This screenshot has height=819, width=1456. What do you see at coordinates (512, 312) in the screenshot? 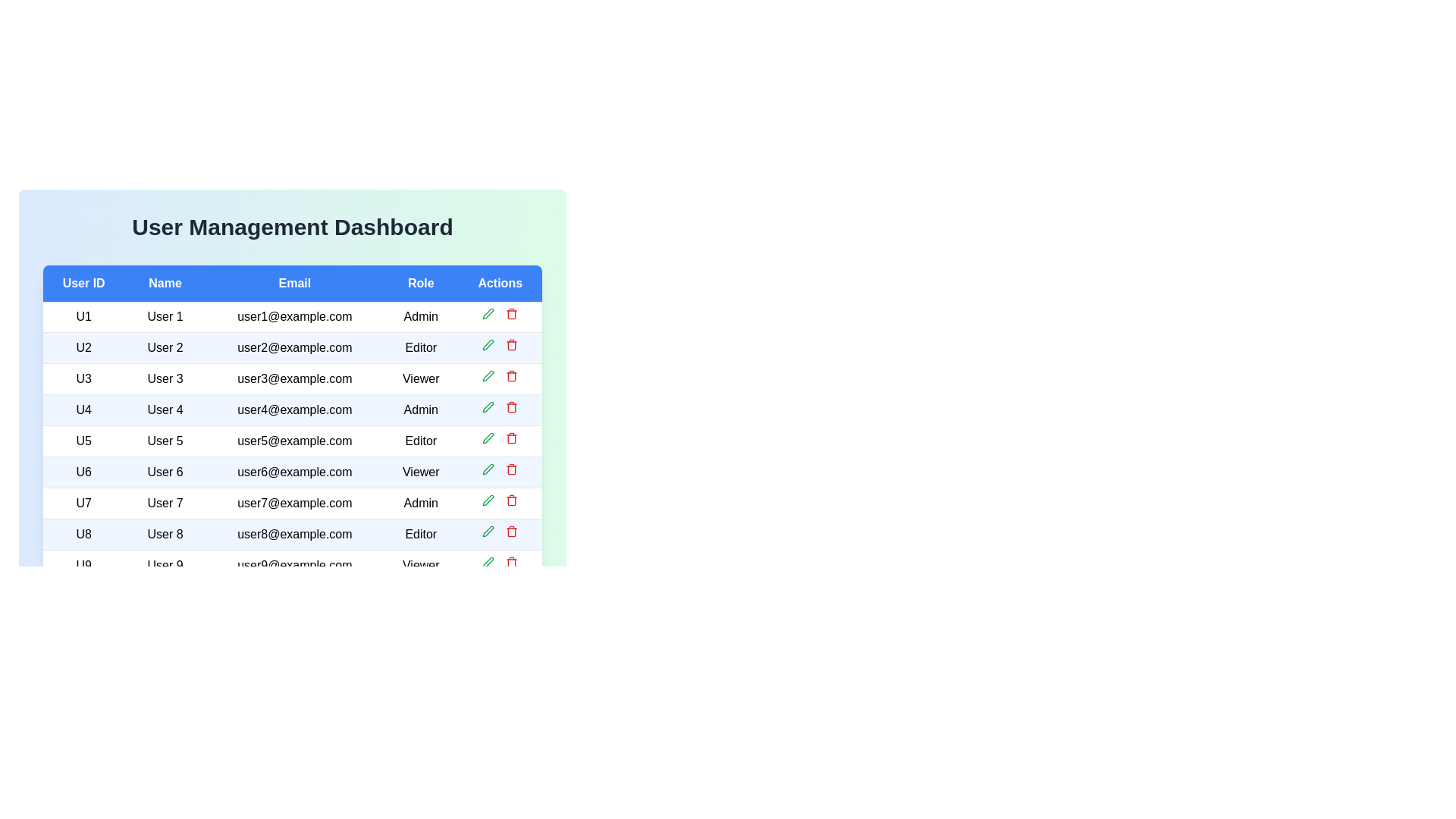
I see `delete button for the user with ID U1` at bounding box center [512, 312].